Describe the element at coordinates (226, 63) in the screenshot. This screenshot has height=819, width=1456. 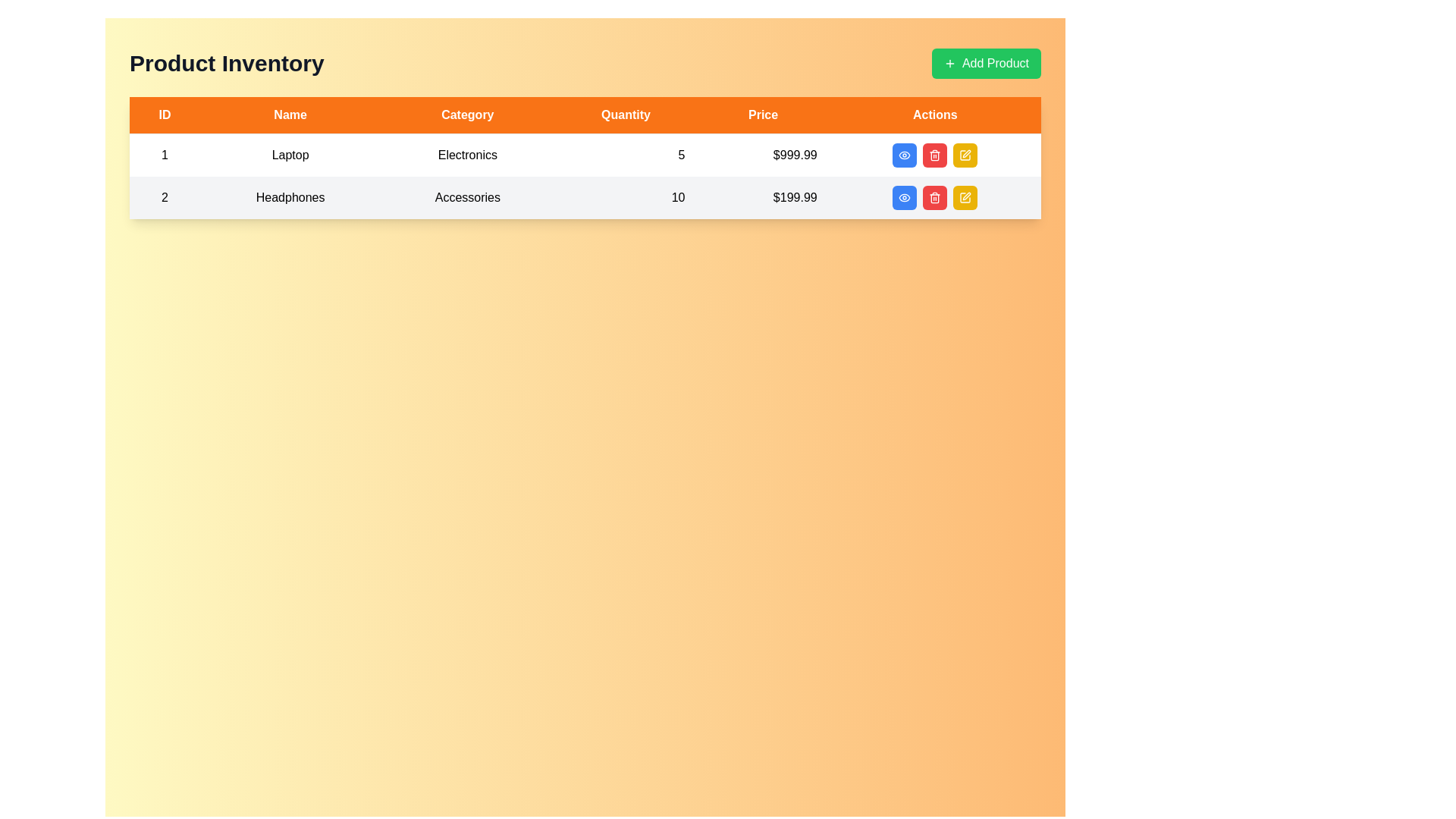
I see `the bold, large-sized text displaying 'Product Inventory' located in the top-left section of the interface` at that location.